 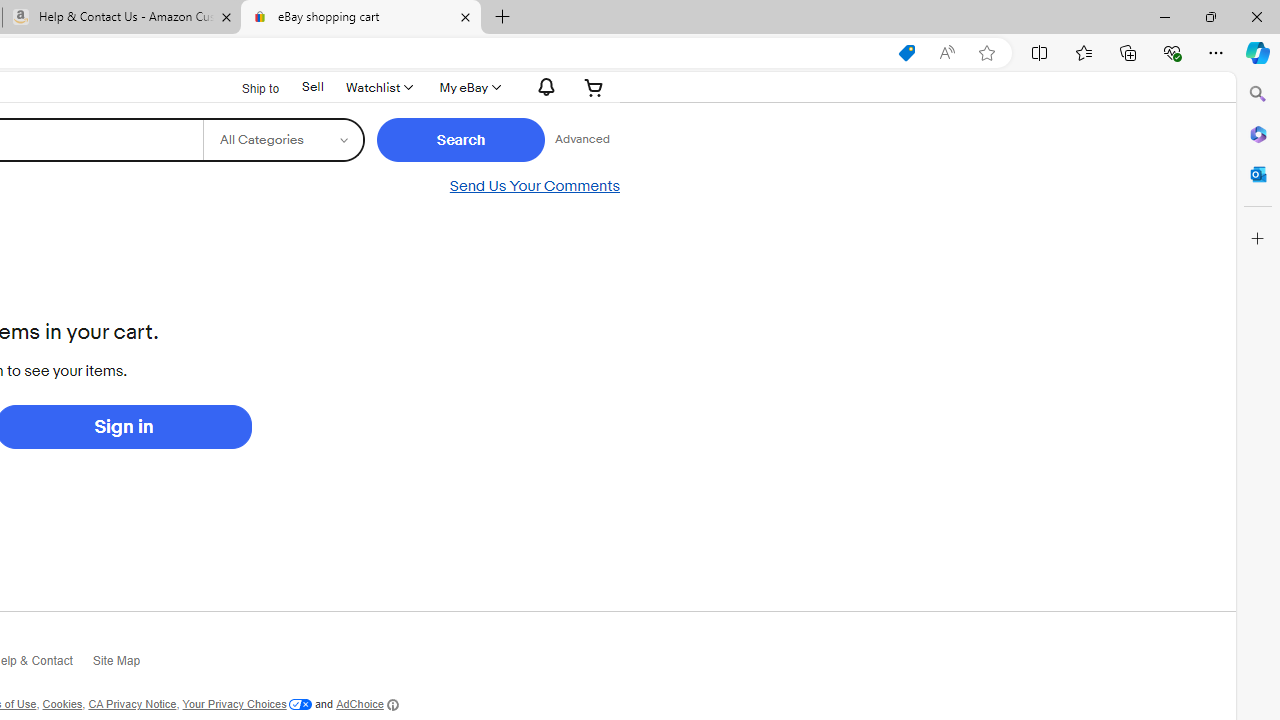 What do you see at coordinates (247, 85) in the screenshot?
I see `'Ship to'` at bounding box center [247, 85].